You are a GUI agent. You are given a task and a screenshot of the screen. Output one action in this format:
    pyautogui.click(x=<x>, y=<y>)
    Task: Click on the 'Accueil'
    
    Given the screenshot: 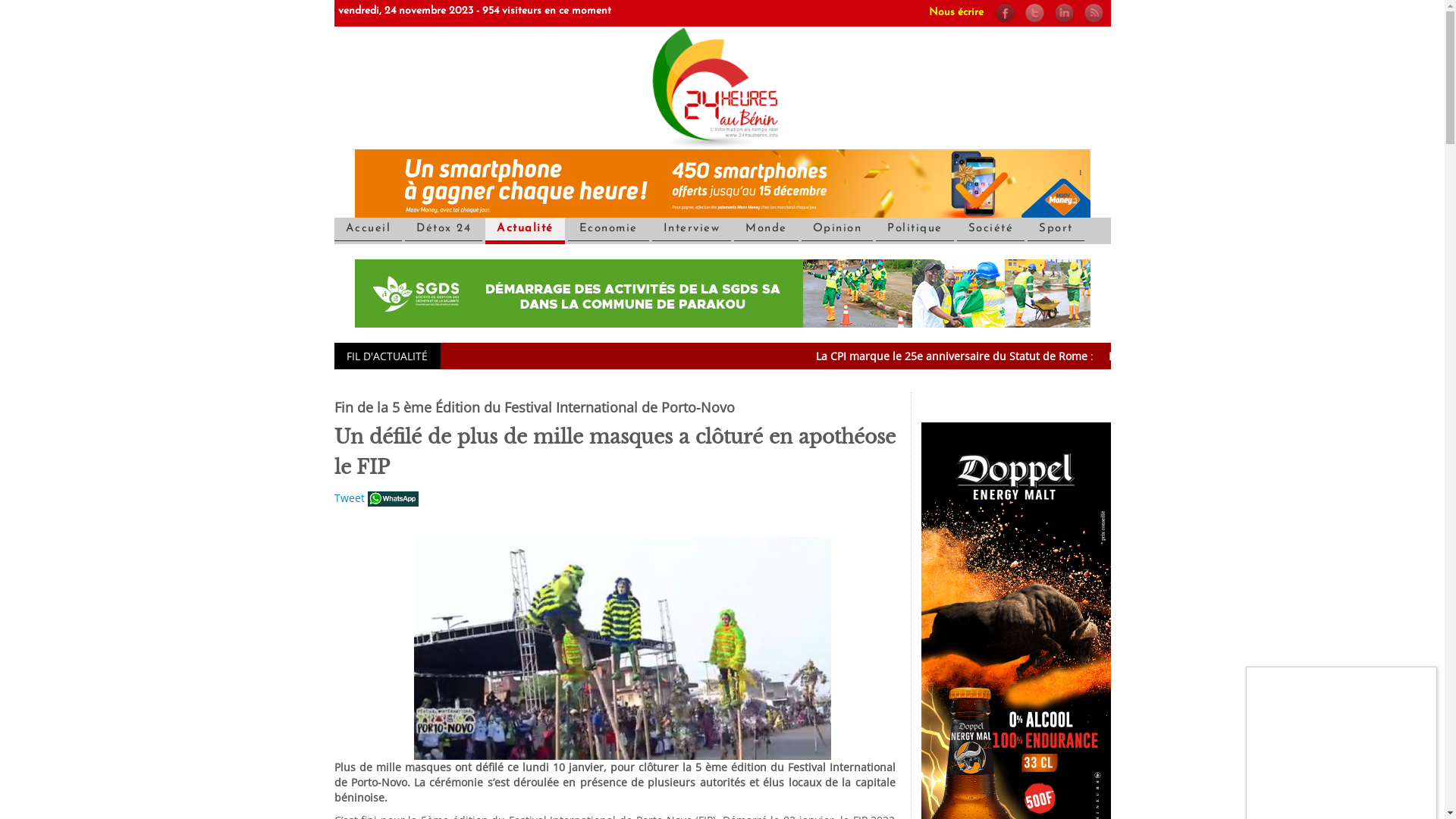 What is the action you would take?
    pyautogui.click(x=720, y=86)
    